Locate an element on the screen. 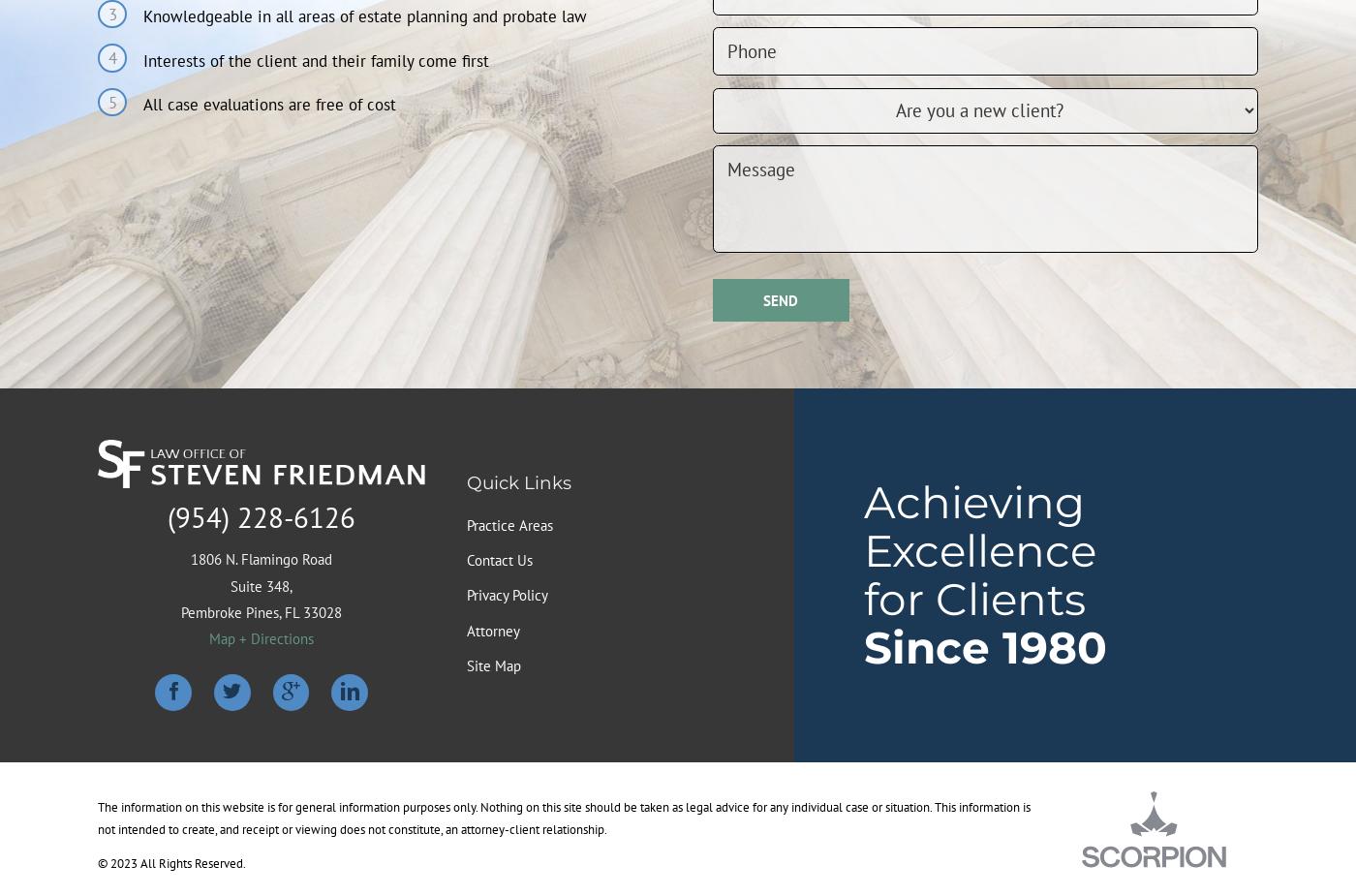 The width and height of the screenshot is (1356, 896). '(954) 228-6126' is located at coordinates (262, 515).